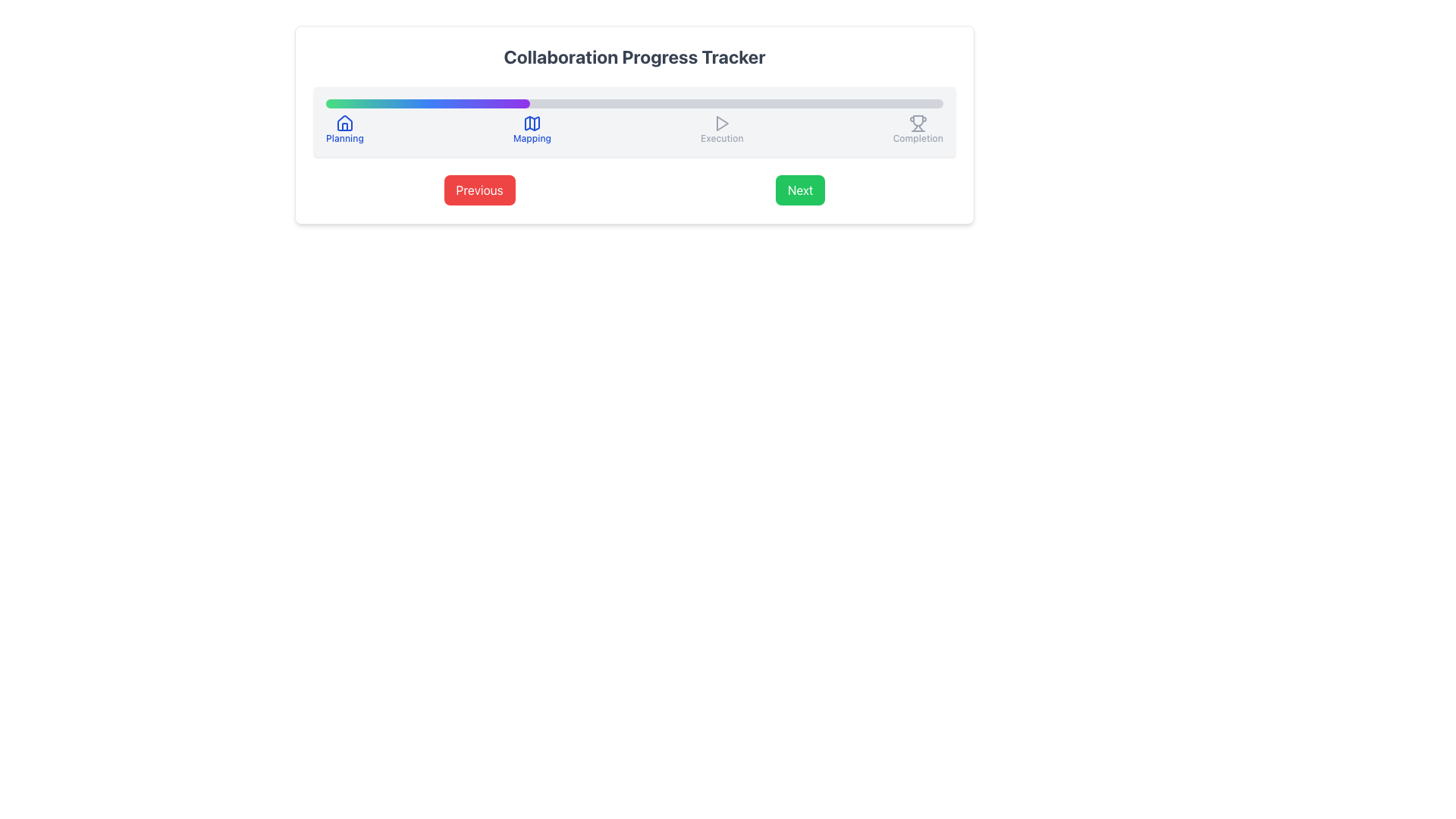  Describe the element at coordinates (634, 121) in the screenshot. I see `the visual progress on the Progress Tracker Bar located within the 'Collaboration Progress Tracker', positioned centrally towards the top of the box, between the header text and navigation buttons 'Previous' and 'Next'` at that location.